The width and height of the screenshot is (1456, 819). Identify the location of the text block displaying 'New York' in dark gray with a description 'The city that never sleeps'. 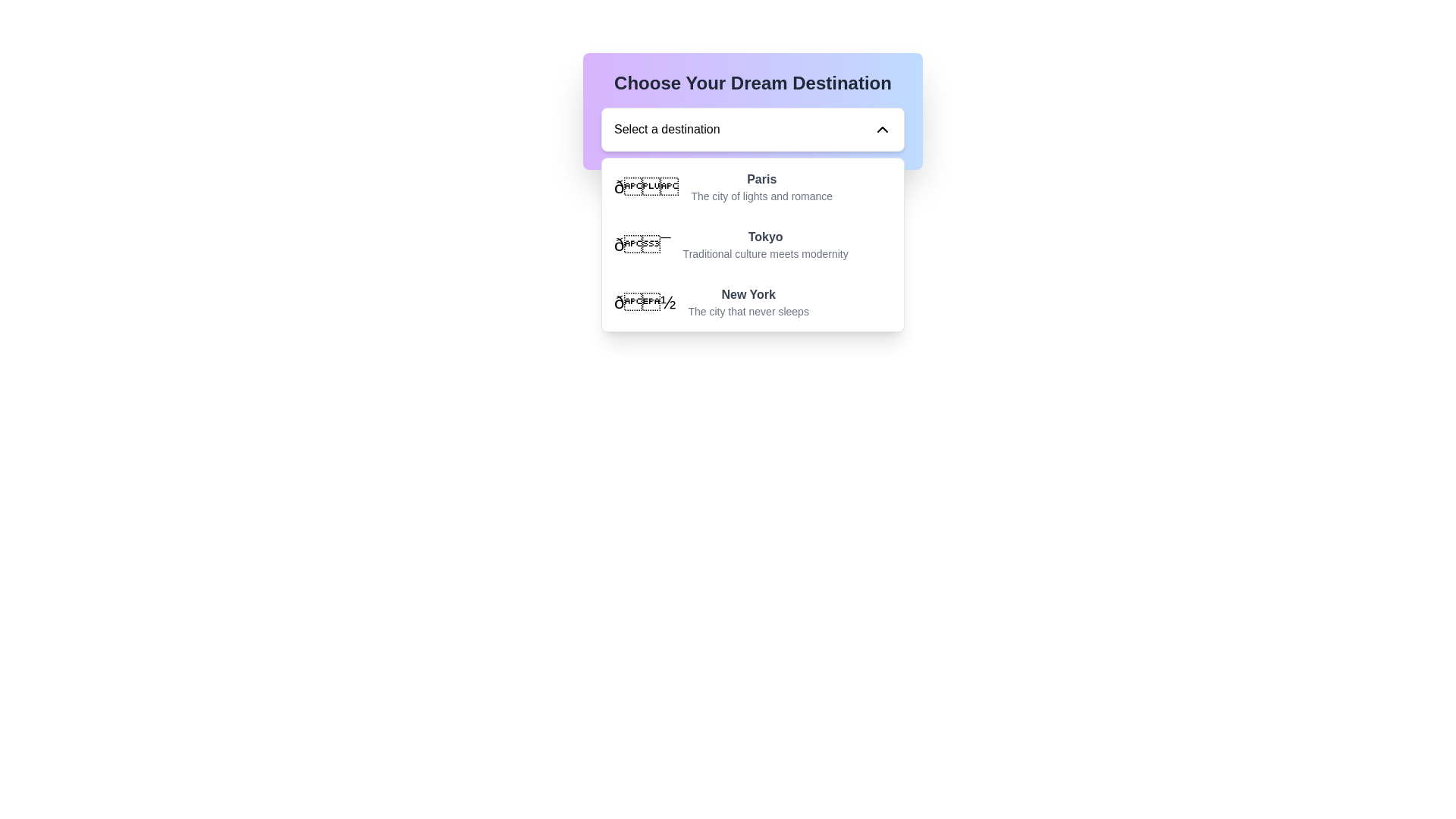
(748, 302).